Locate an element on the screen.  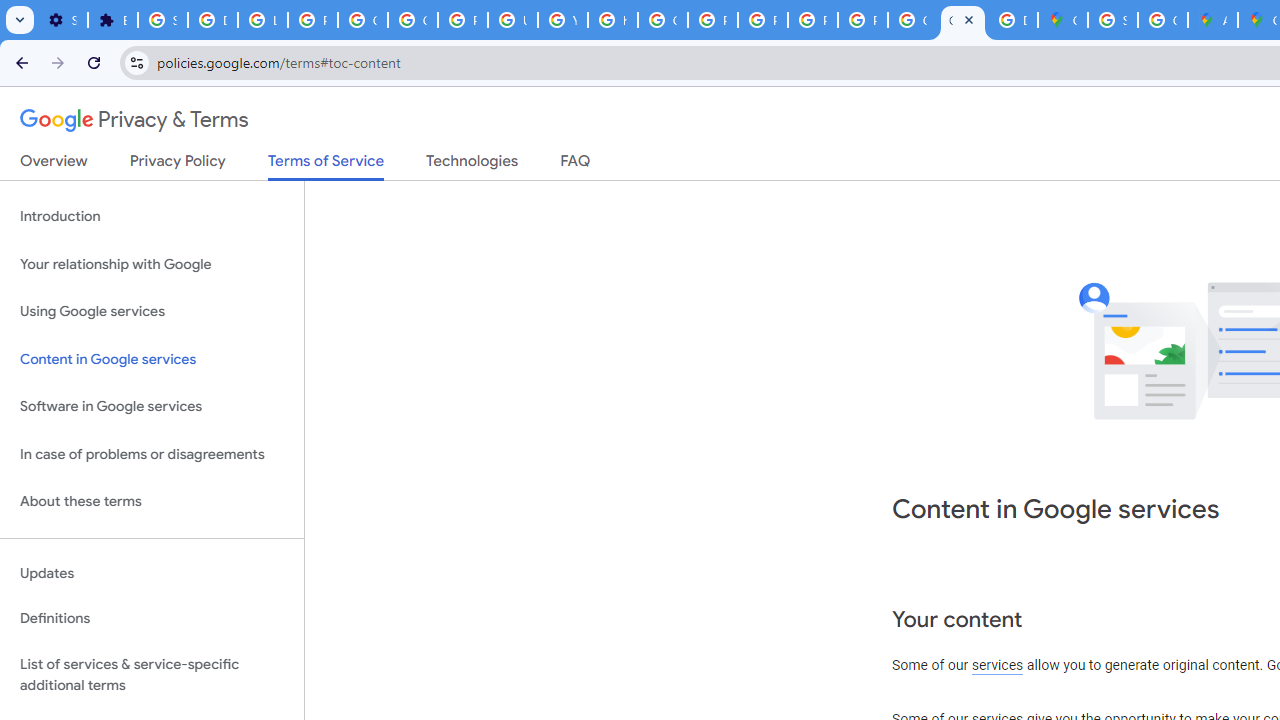
'Settings - On startup' is located at coordinates (62, 20).